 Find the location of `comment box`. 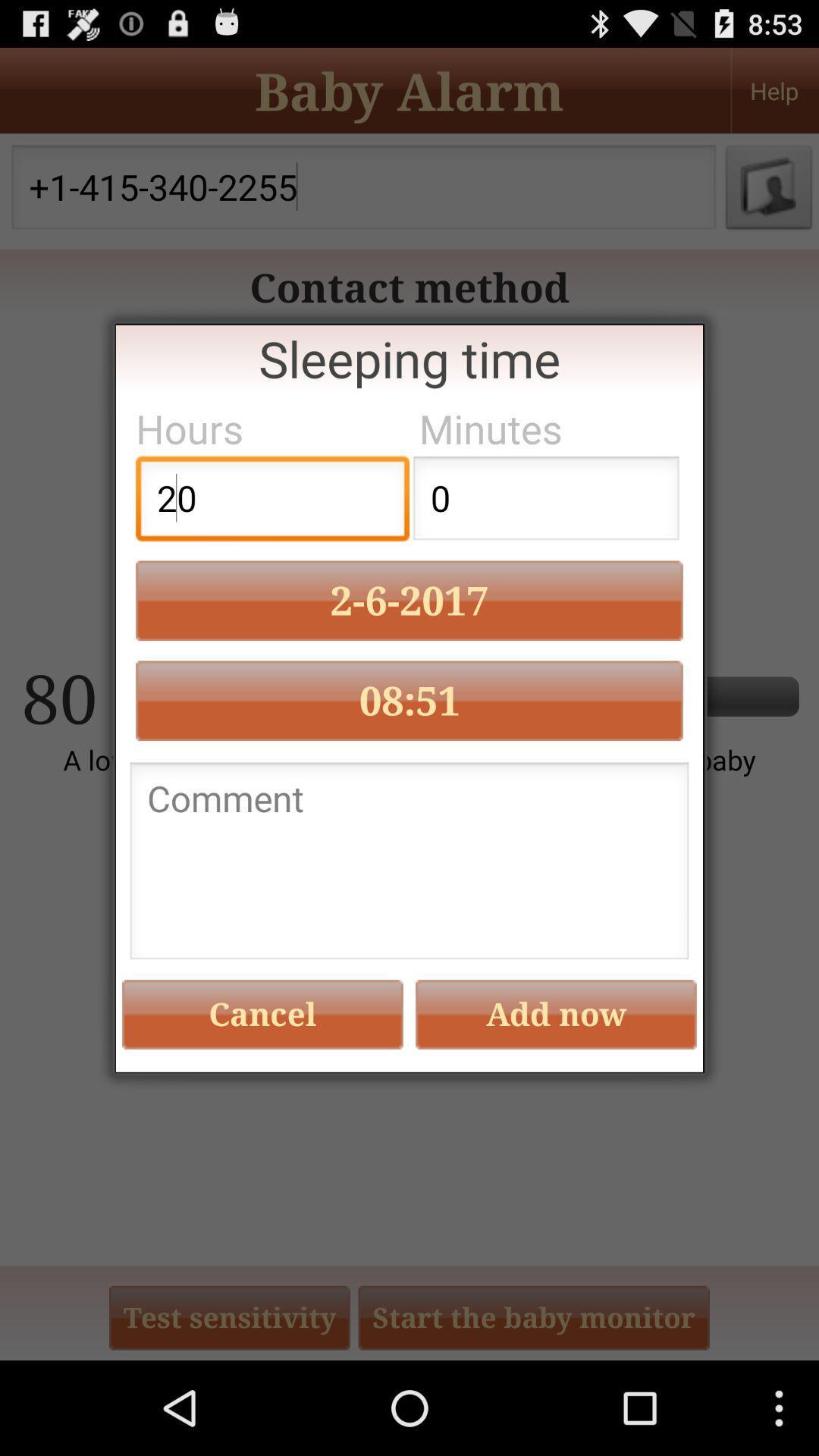

comment box is located at coordinates (409, 865).